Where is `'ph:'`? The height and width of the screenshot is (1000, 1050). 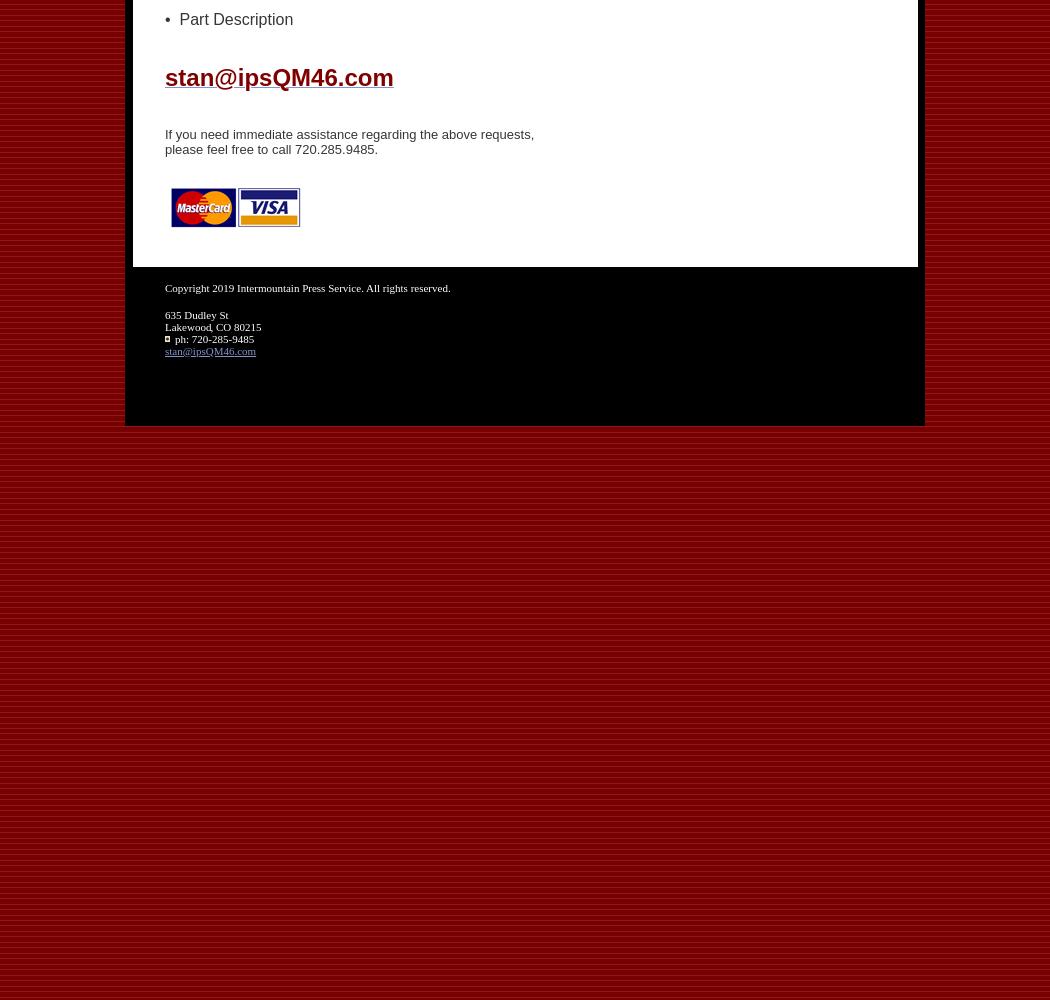 'ph:' is located at coordinates (175, 337).